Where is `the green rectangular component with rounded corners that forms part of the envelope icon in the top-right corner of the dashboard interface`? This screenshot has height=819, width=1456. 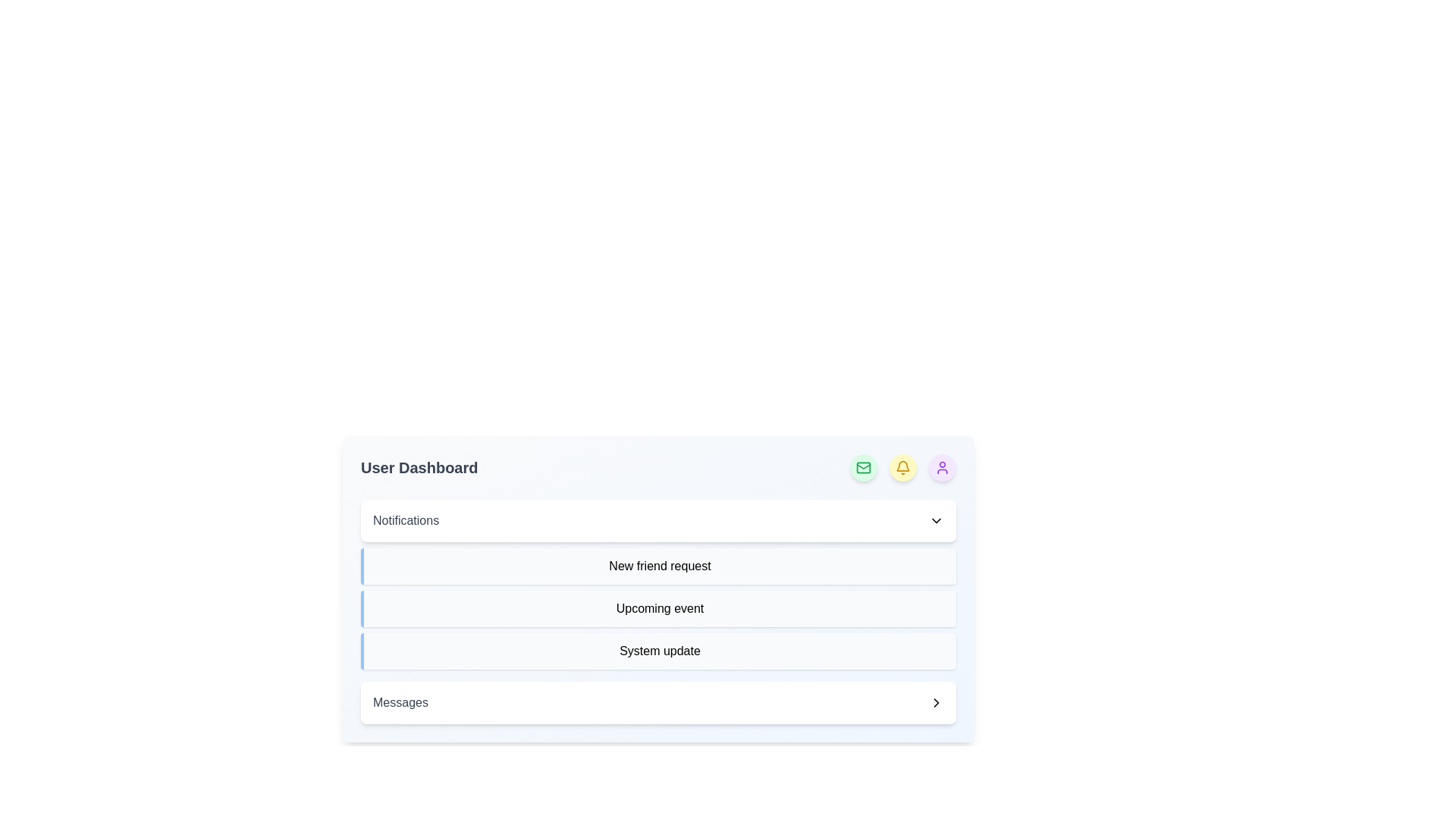
the green rectangular component with rounded corners that forms part of the envelope icon in the top-right corner of the dashboard interface is located at coordinates (863, 467).